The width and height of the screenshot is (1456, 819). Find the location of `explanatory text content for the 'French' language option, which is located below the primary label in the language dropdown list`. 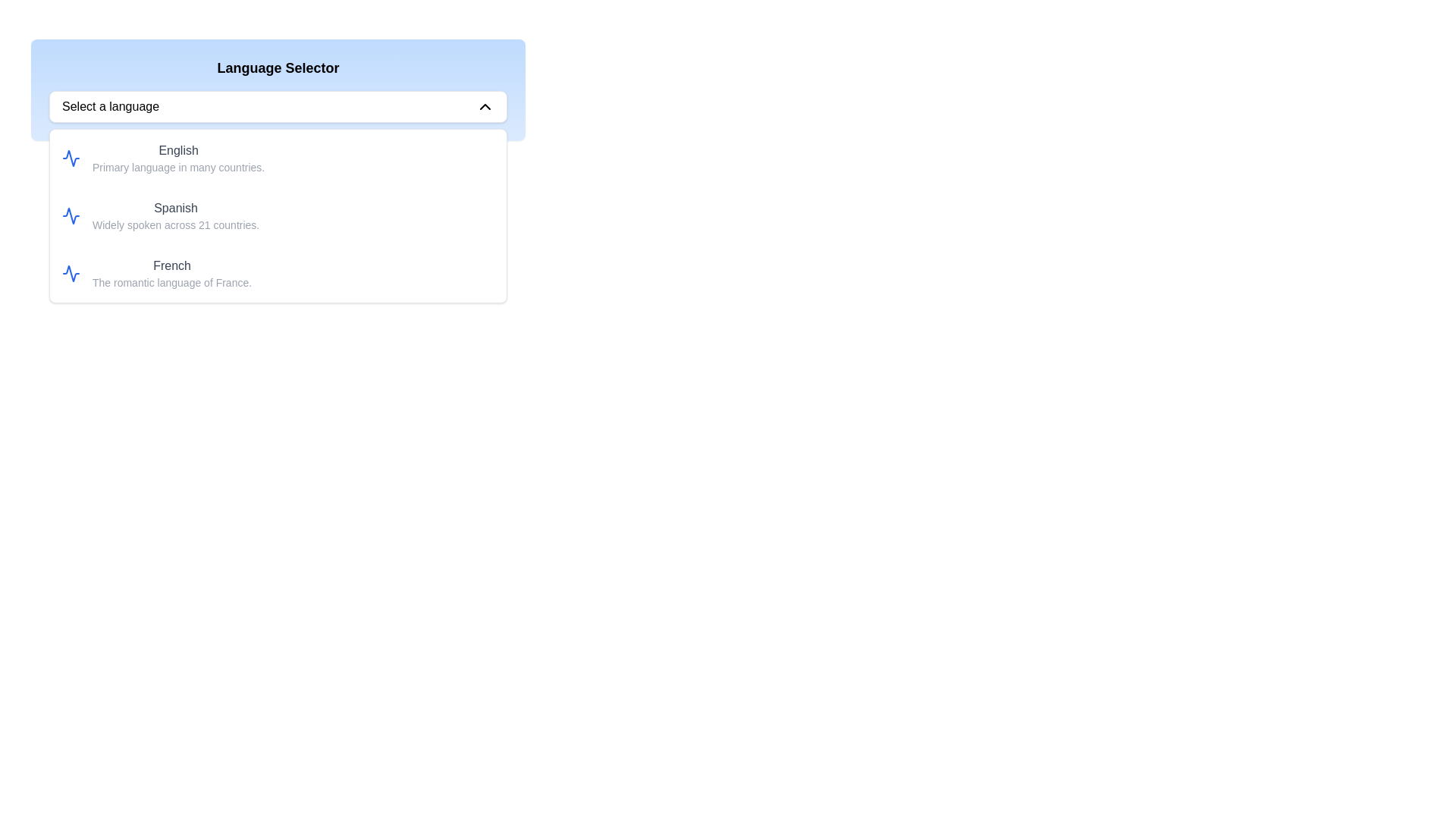

explanatory text content for the 'French' language option, which is located below the primary label in the language dropdown list is located at coordinates (172, 283).